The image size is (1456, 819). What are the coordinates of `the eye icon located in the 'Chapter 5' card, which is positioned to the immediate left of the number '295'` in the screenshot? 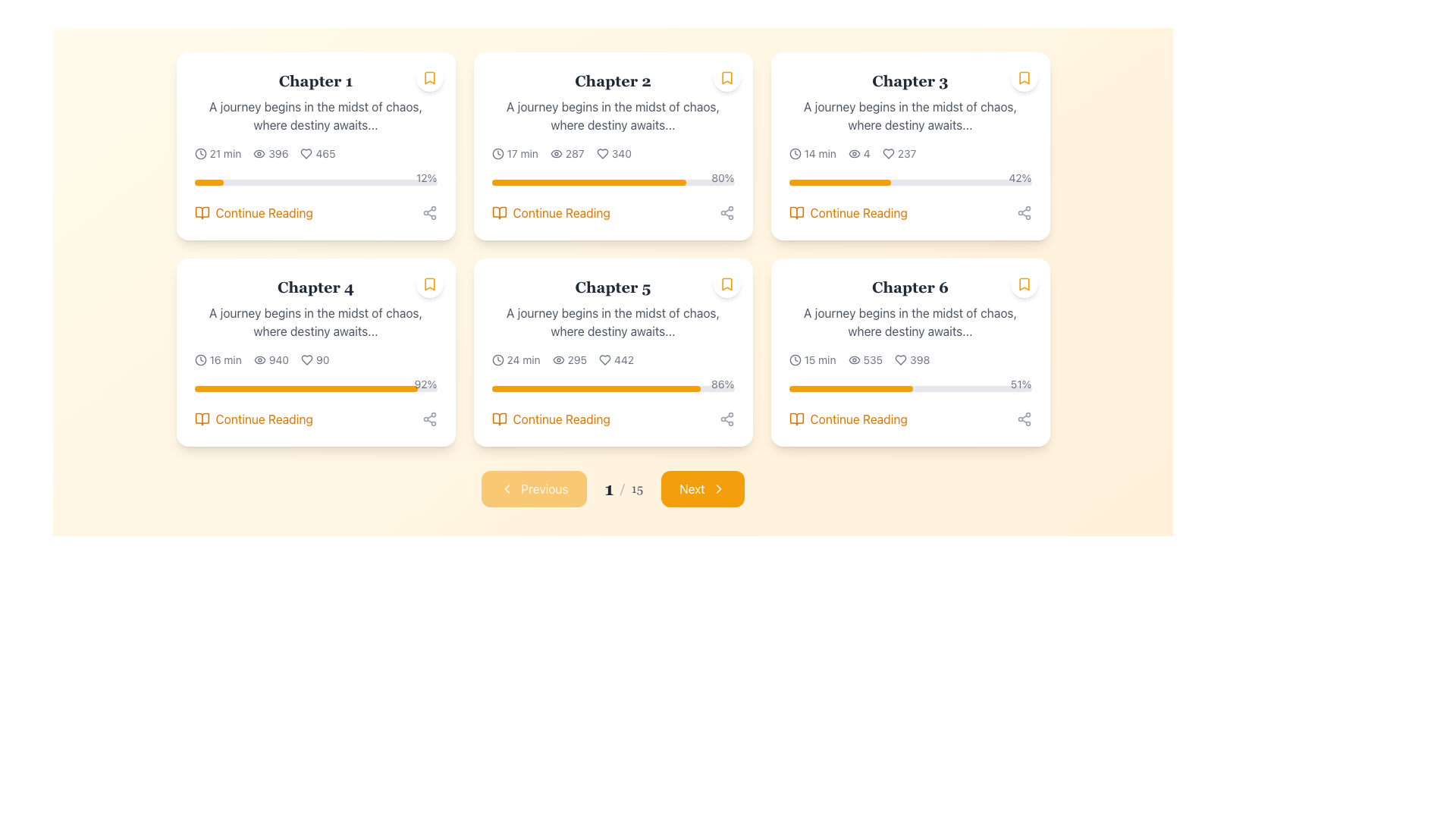 It's located at (557, 359).